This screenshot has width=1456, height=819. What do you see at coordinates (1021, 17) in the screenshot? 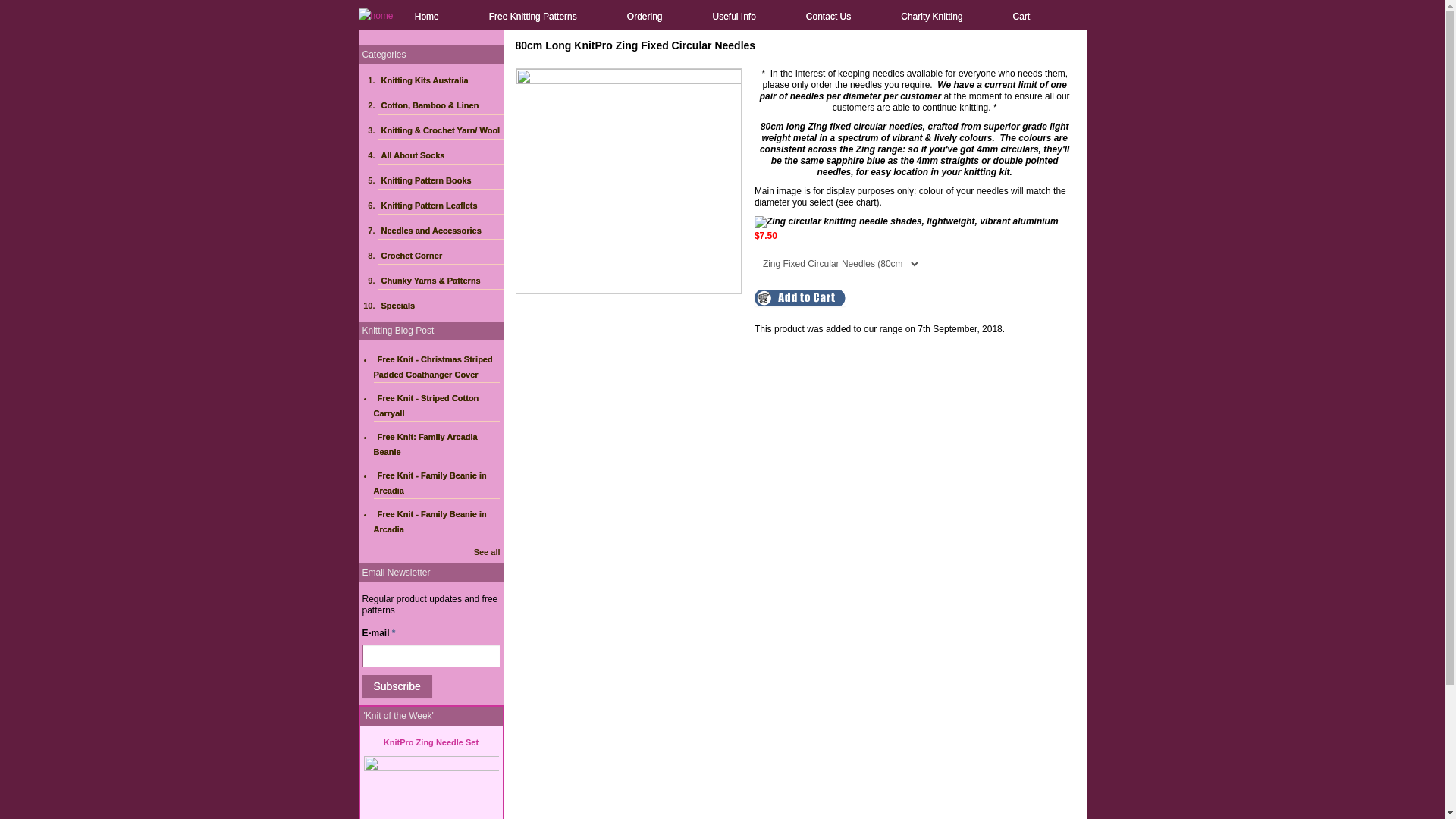
I see `'Cart'` at bounding box center [1021, 17].